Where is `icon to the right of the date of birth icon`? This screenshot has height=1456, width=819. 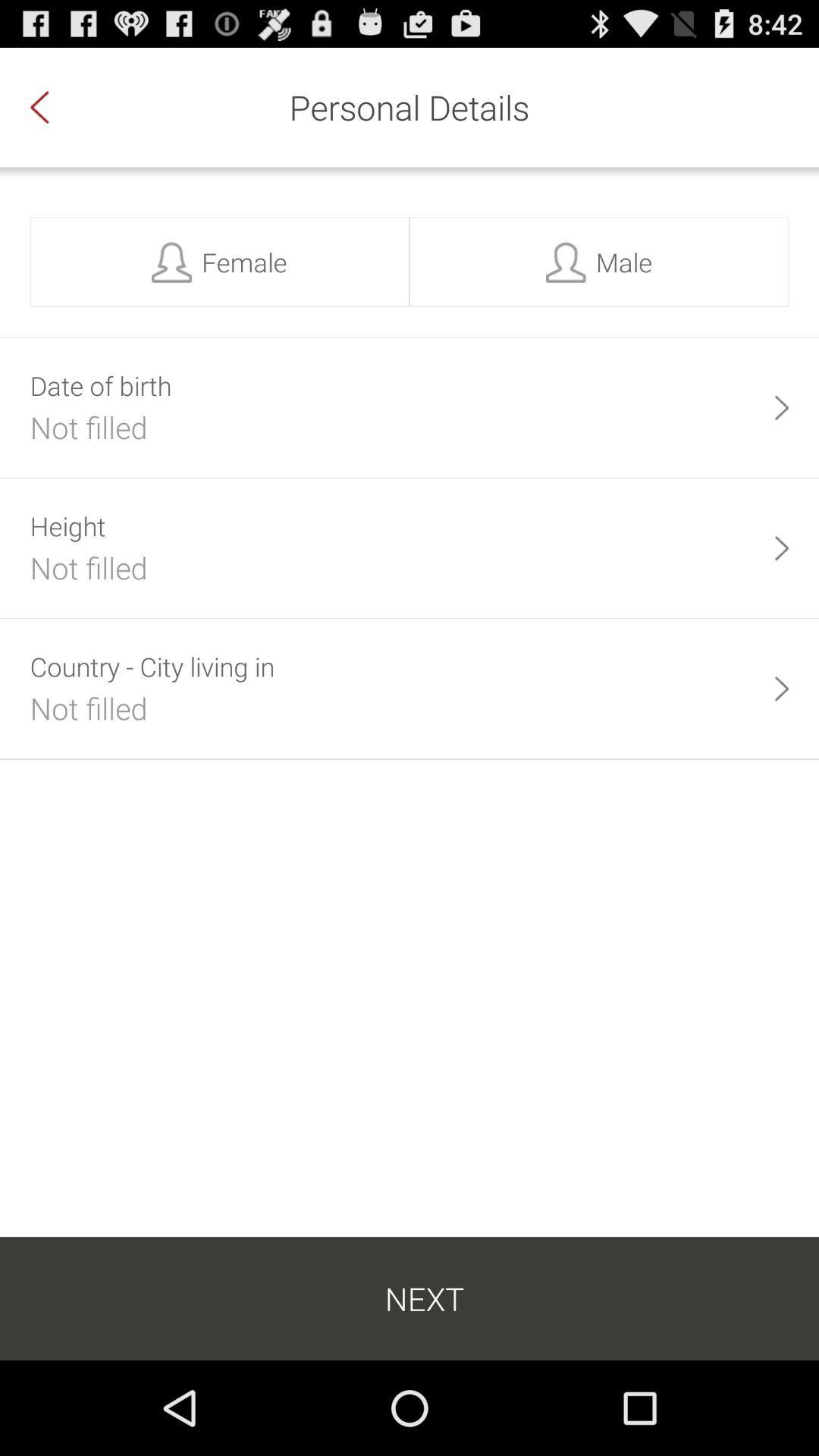
icon to the right of the date of birth icon is located at coordinates (781, 407).